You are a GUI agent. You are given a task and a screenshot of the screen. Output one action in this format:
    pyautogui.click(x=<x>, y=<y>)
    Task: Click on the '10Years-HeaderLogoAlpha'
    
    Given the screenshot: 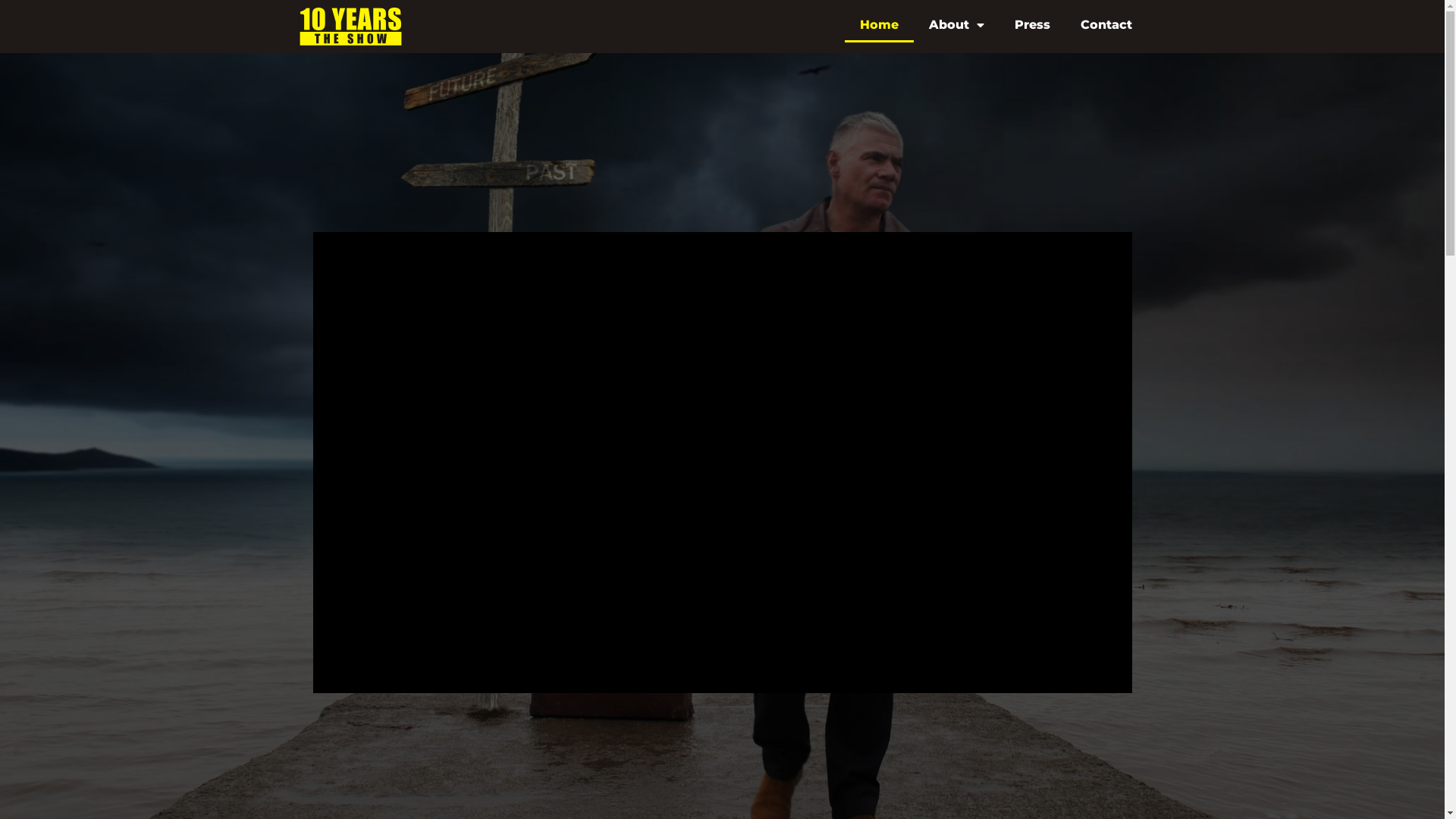 What is the action you would take?
    pyautogui.click(x=349, y=26)
    